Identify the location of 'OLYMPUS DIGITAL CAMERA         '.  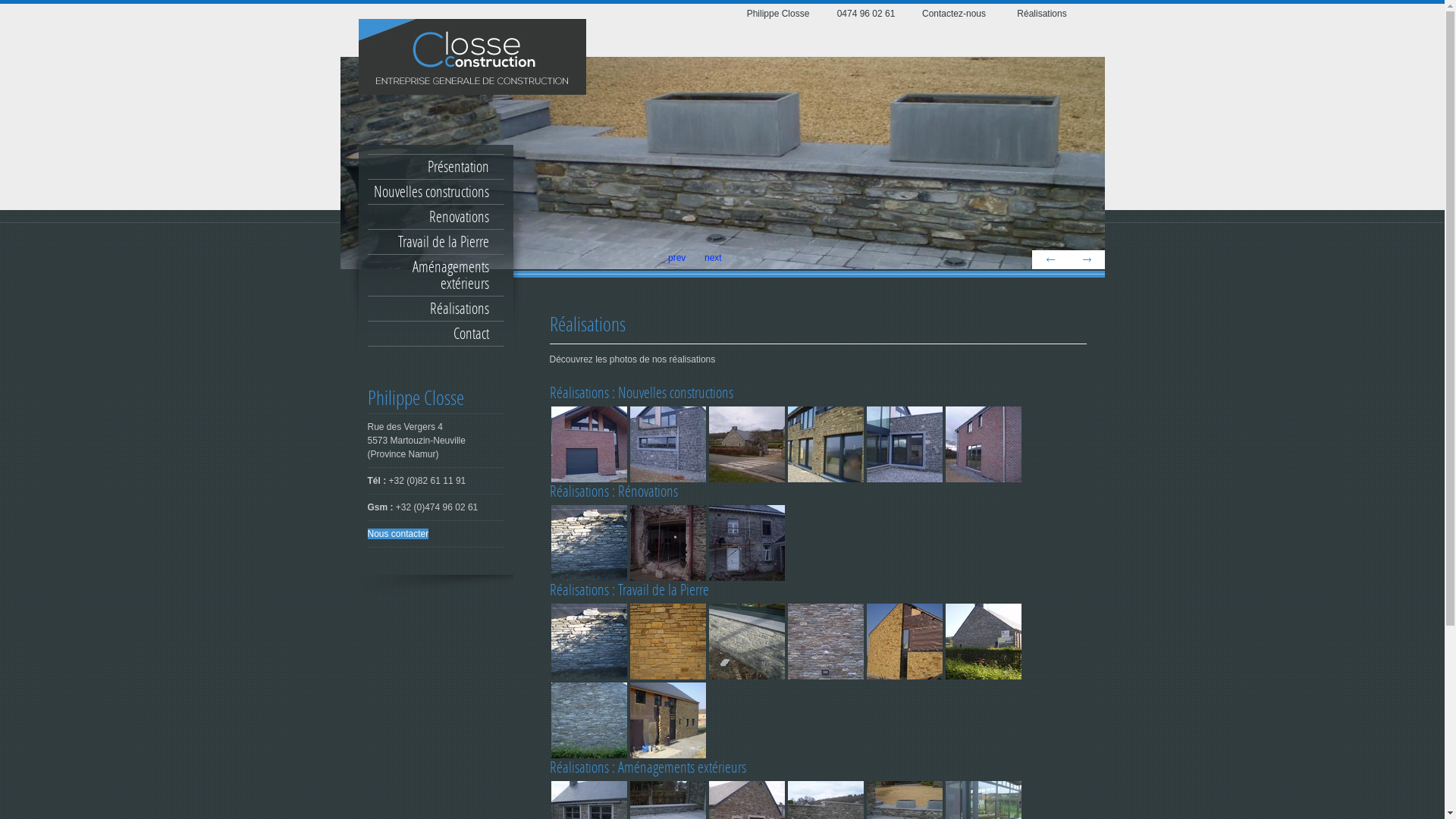
(983, 444).